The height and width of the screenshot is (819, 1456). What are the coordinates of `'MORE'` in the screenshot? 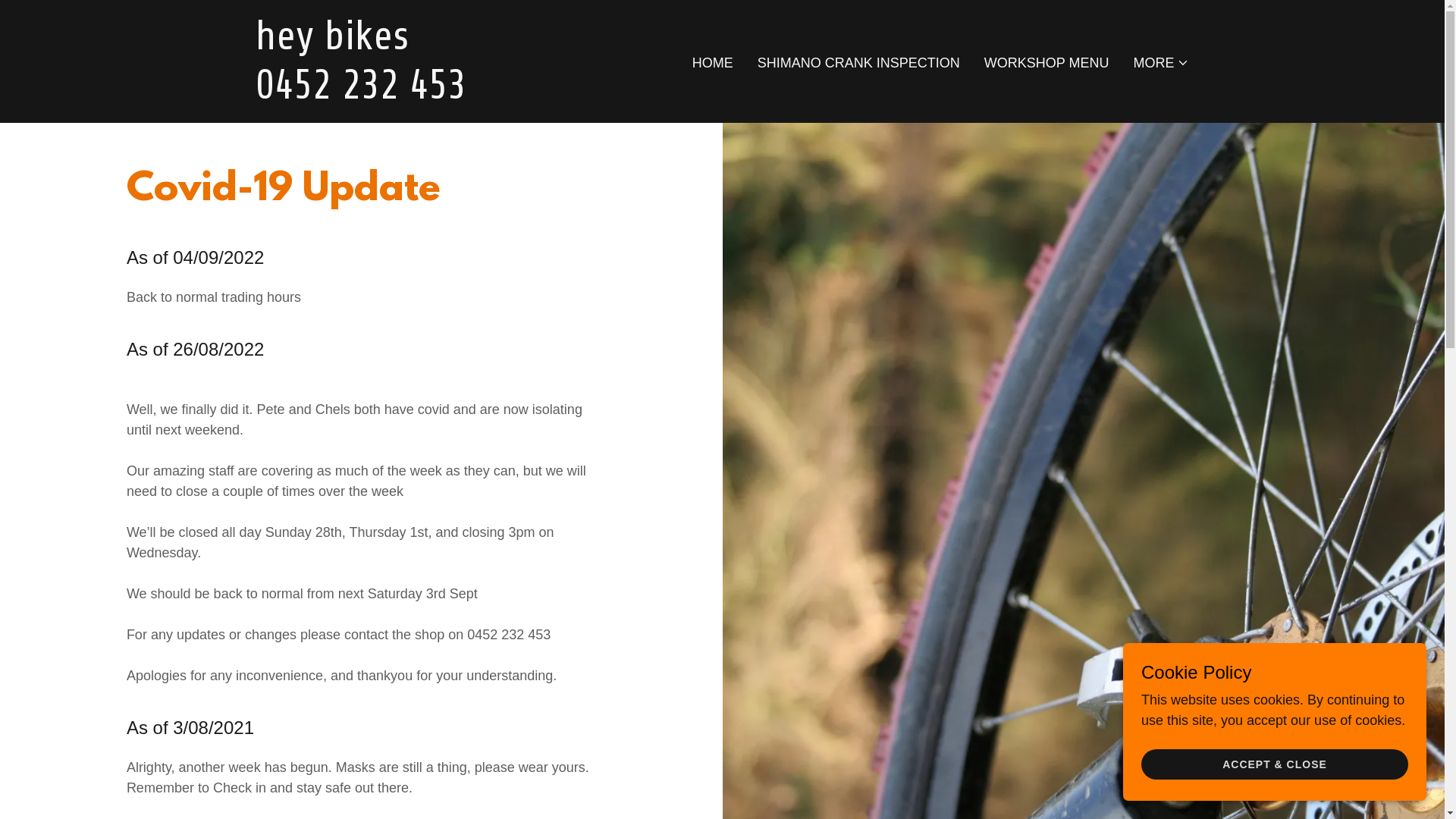 It's located at (1160, 62).